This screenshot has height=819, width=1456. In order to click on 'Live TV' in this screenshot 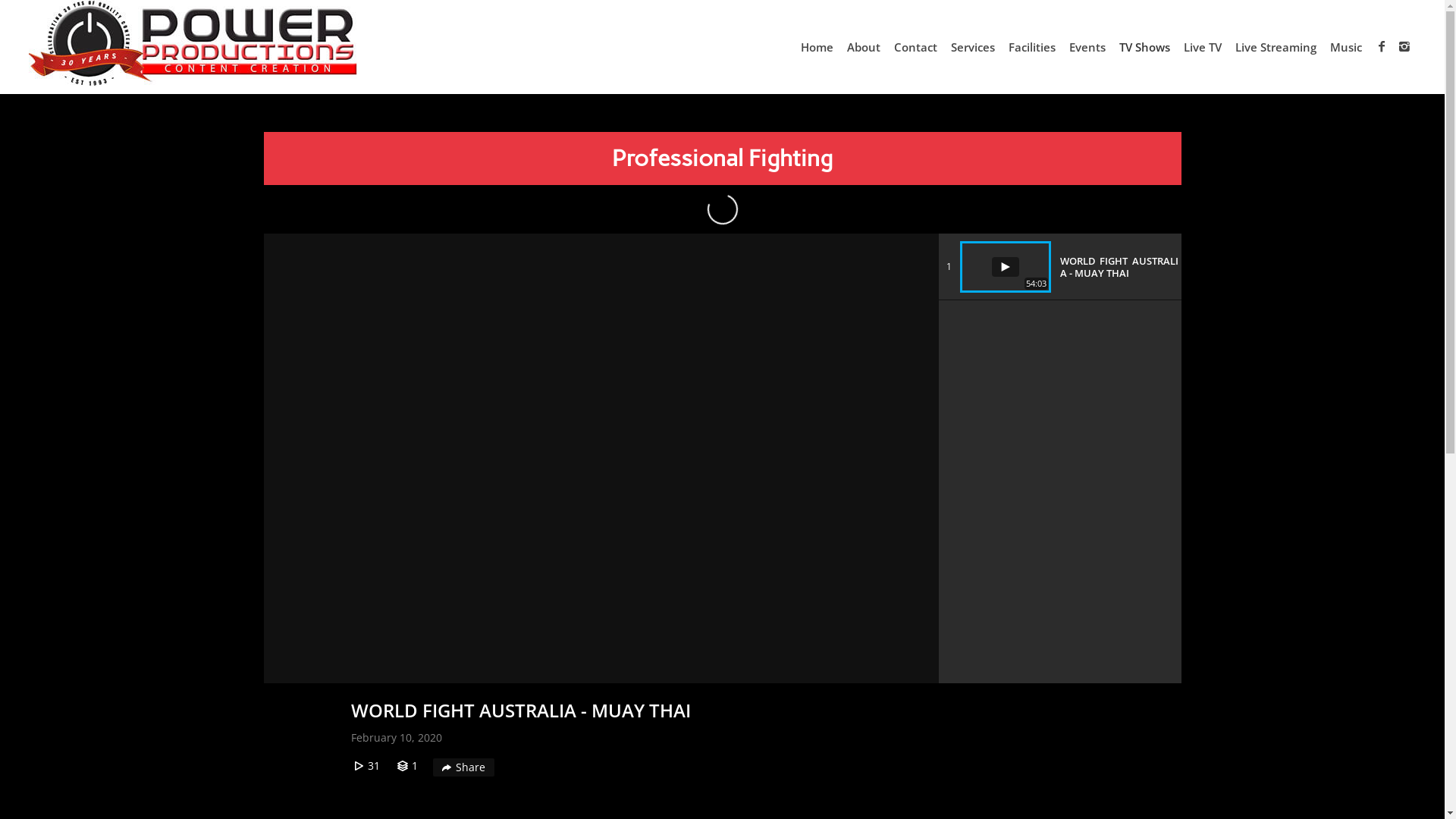, I will do `click(1201, 45)`.